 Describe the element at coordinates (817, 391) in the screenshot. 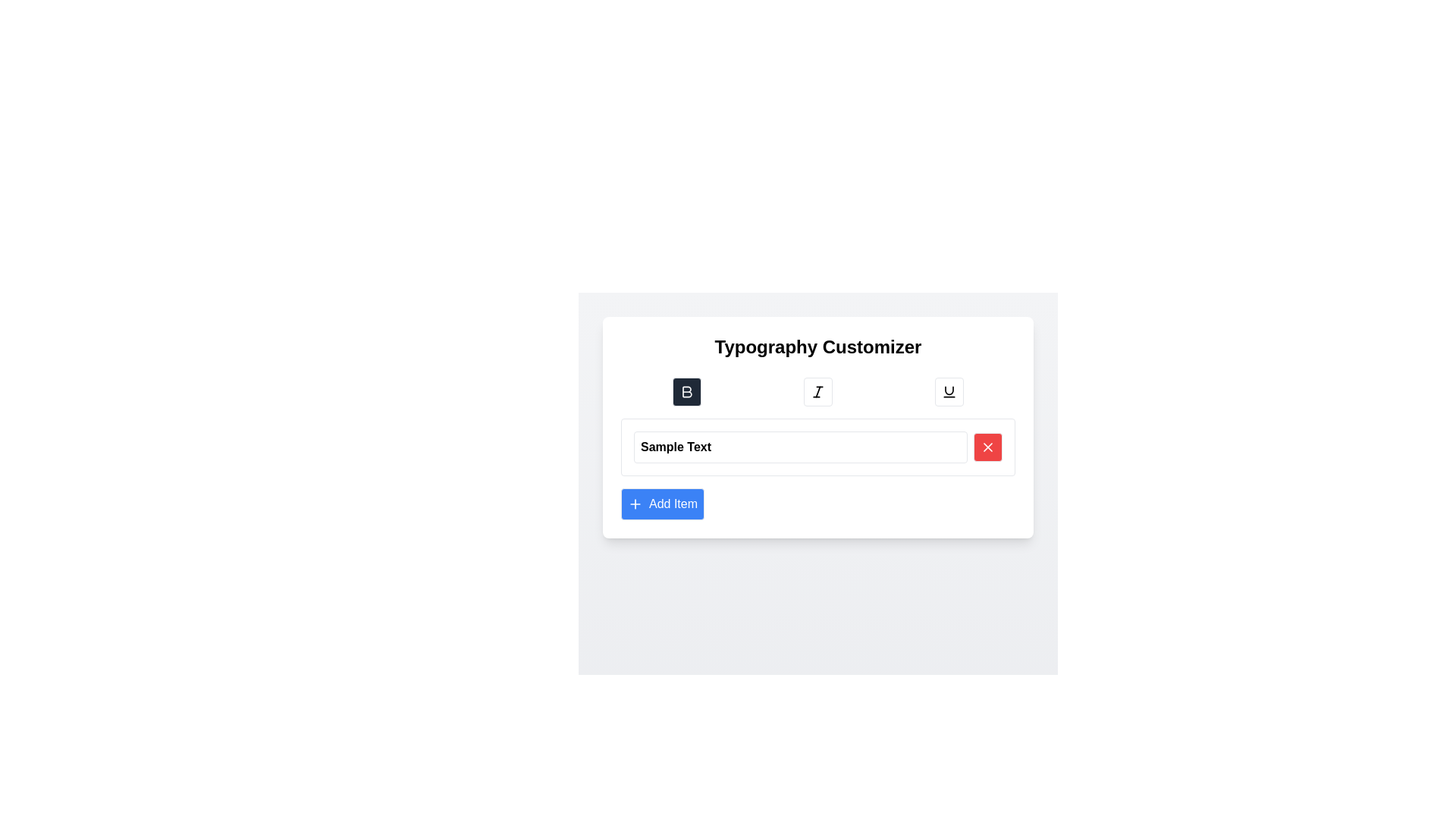

I see `the italic 'I' icon button in the typography control panel to apply italic styling to the selected text` at that location.